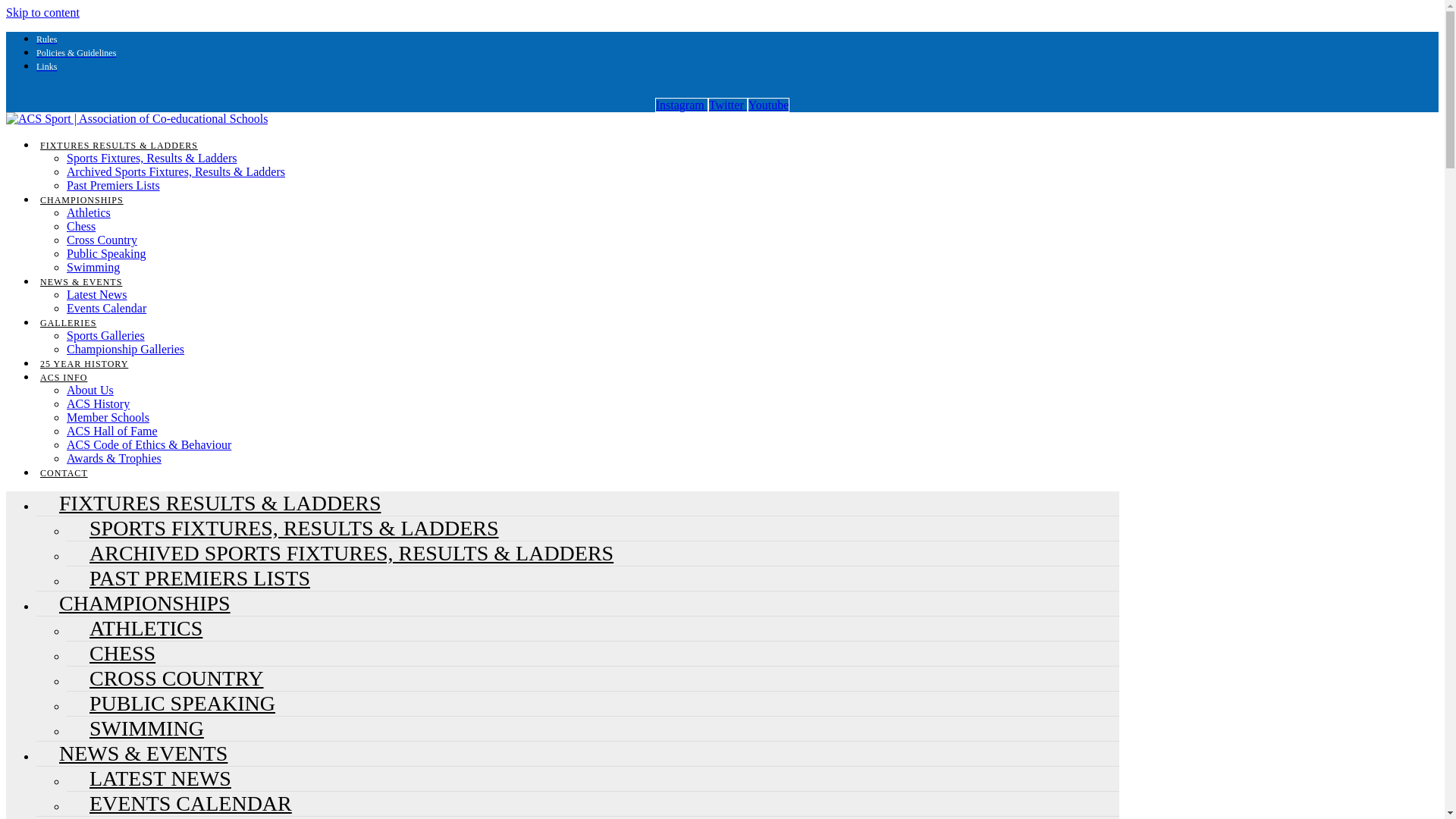 The image size is (1456, 819). What do you see at coordinates (42, 12) in the screenshot?
I see `'Skip to content'` at bounding box center [42, 12].